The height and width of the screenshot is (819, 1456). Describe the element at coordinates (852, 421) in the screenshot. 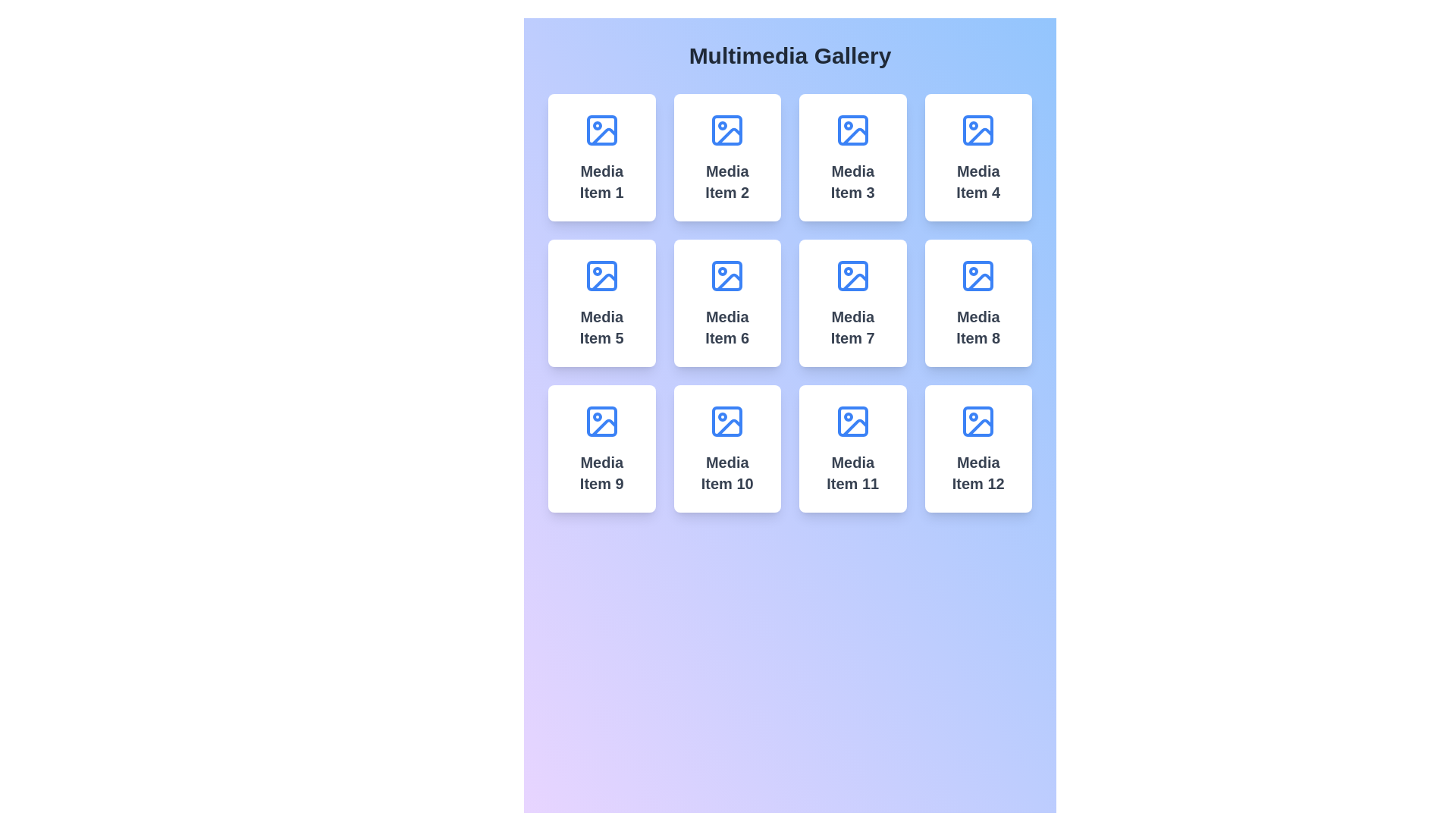

I see `the rectangular shape with rounded corners that serves as an image or icon placeholder within 'Media Item 11' in the multimedia gallery grid` at that location.